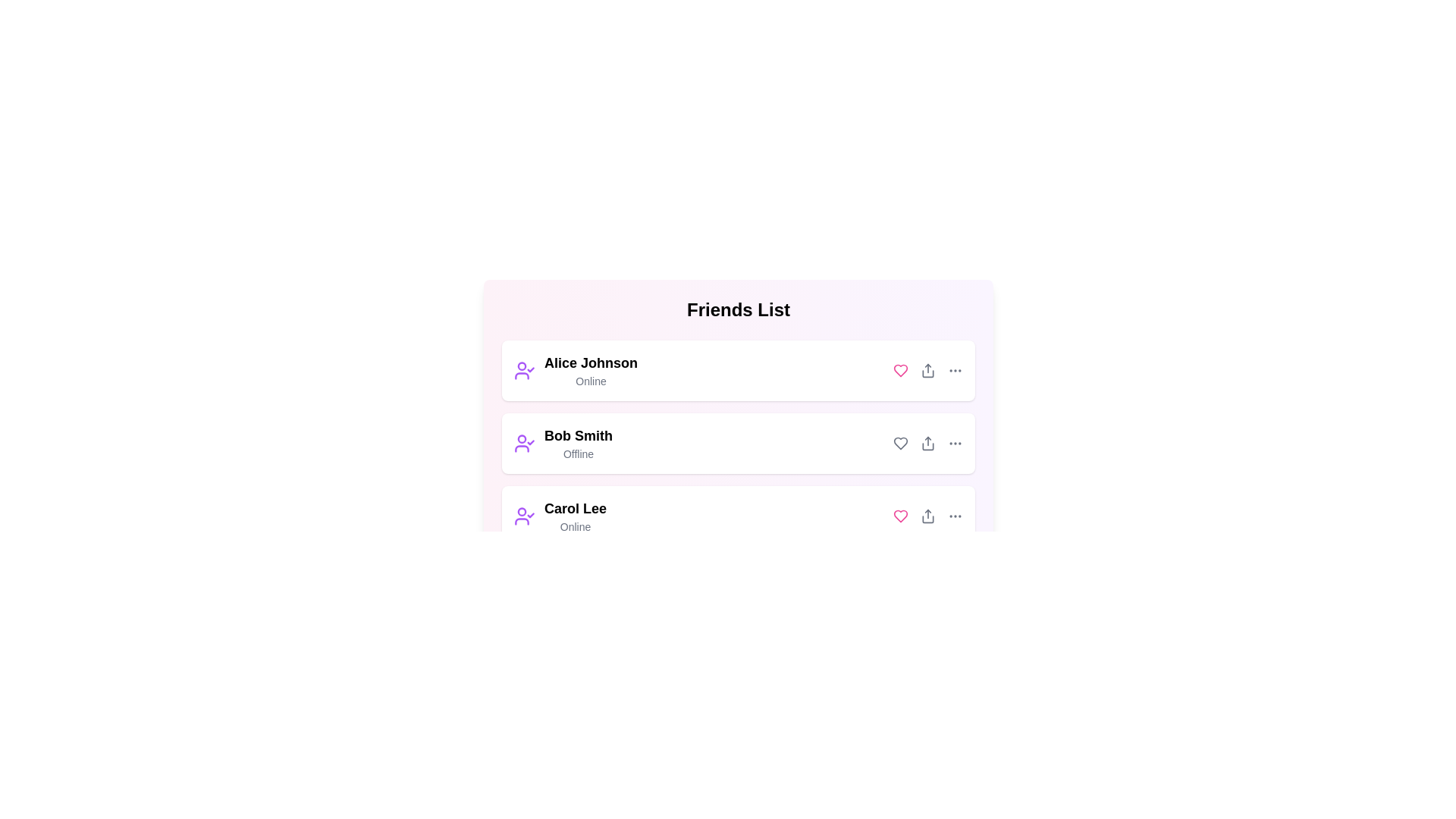 Image resolution: width=1456 pixels, height=819 pixels. What do you see at coordinates (954, 371) in the screenshot?
I see `the menu icon next to the friend's name to access additional options` at bounding box center [954, 371].